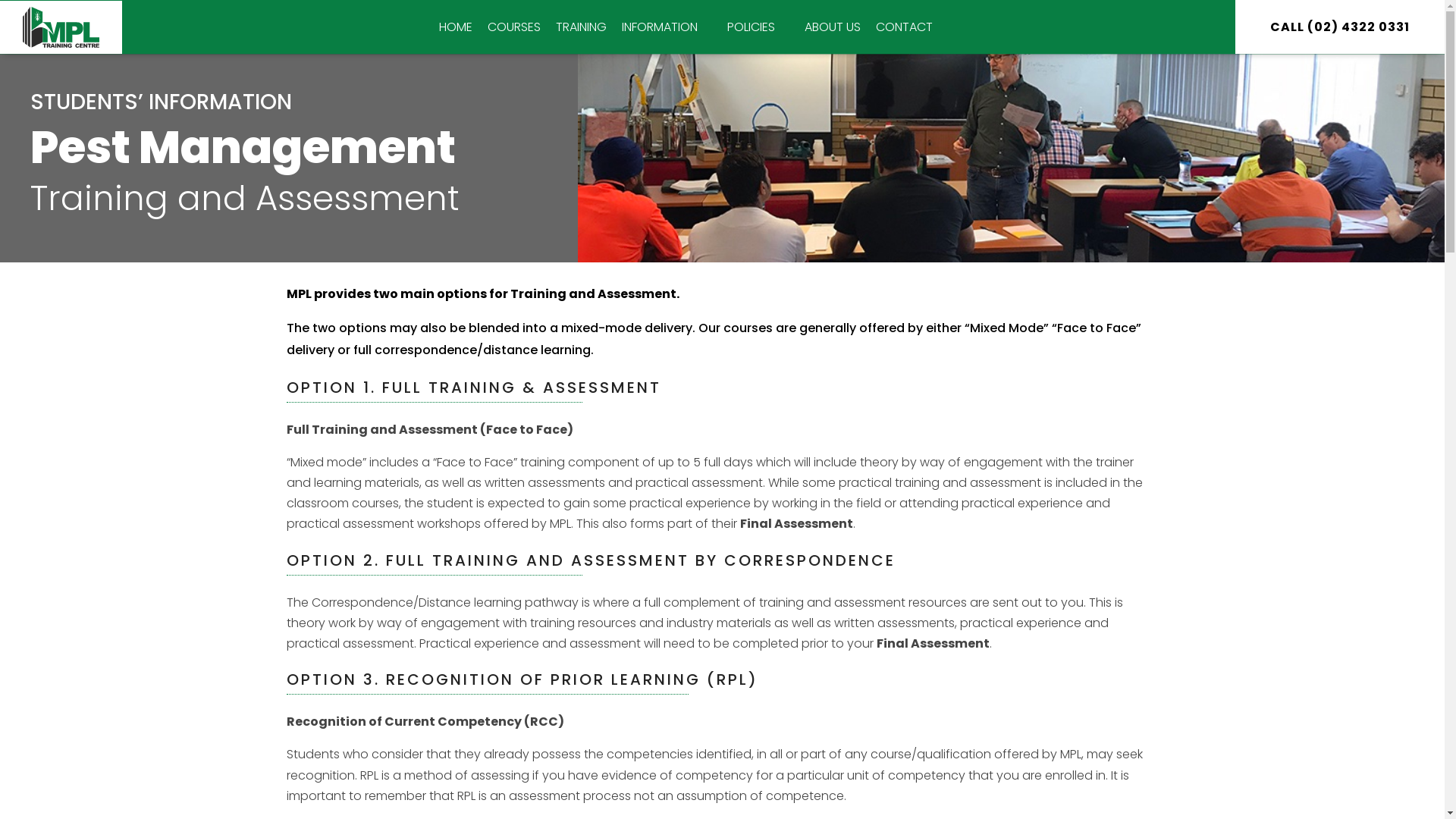 The width and height of the screenshot is (1456, 819). I want to click on 'CALL (02) 4322 0331', so click(1339, 27).